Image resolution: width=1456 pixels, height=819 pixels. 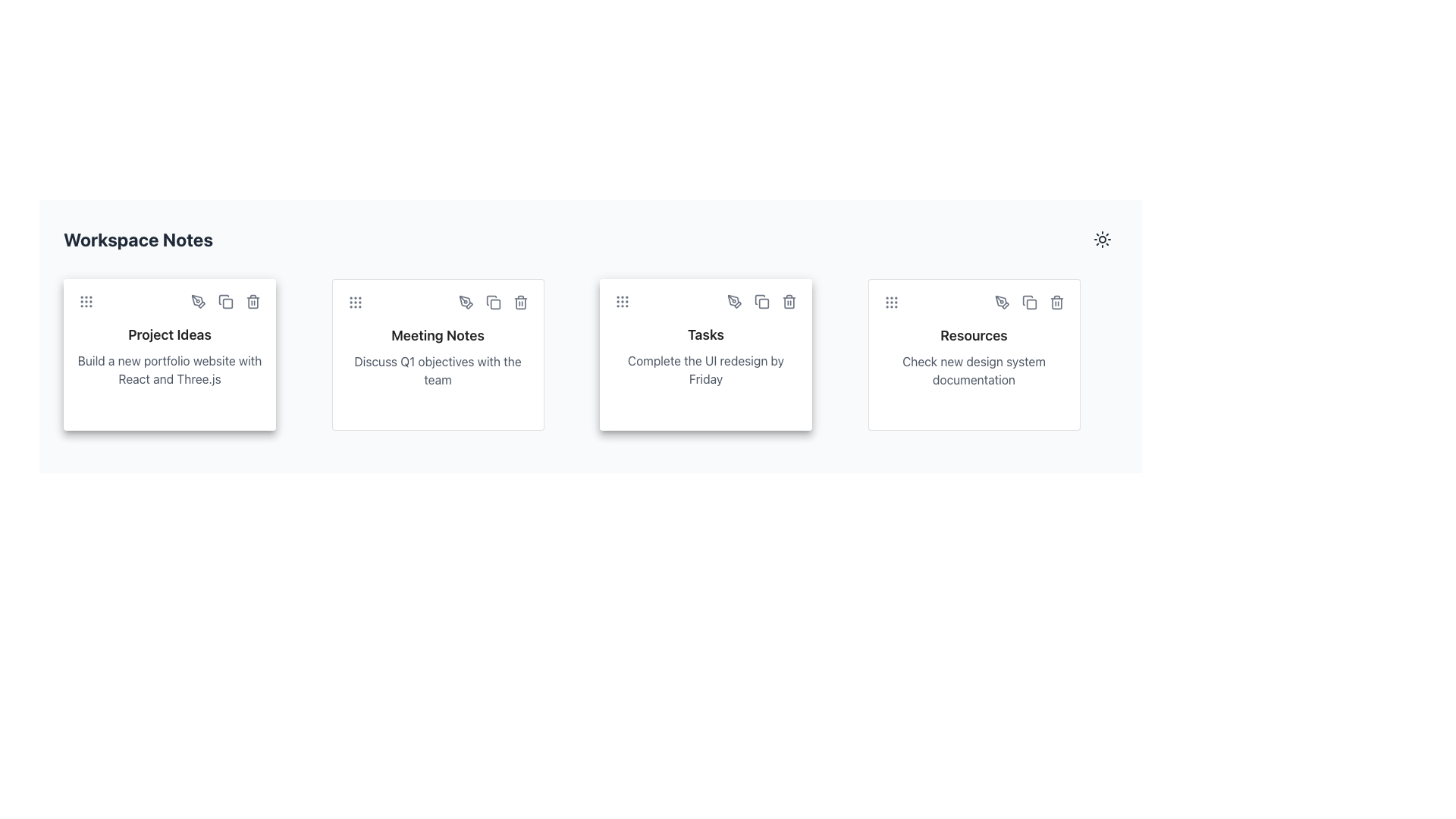 What do you see at coordinates (465, 302) in the screenshot?
I see `the first SVG-based interactive icon within the 'Meeting Notes' card under the 'Workspace Notes' heading` at bounding box center [465, 302].